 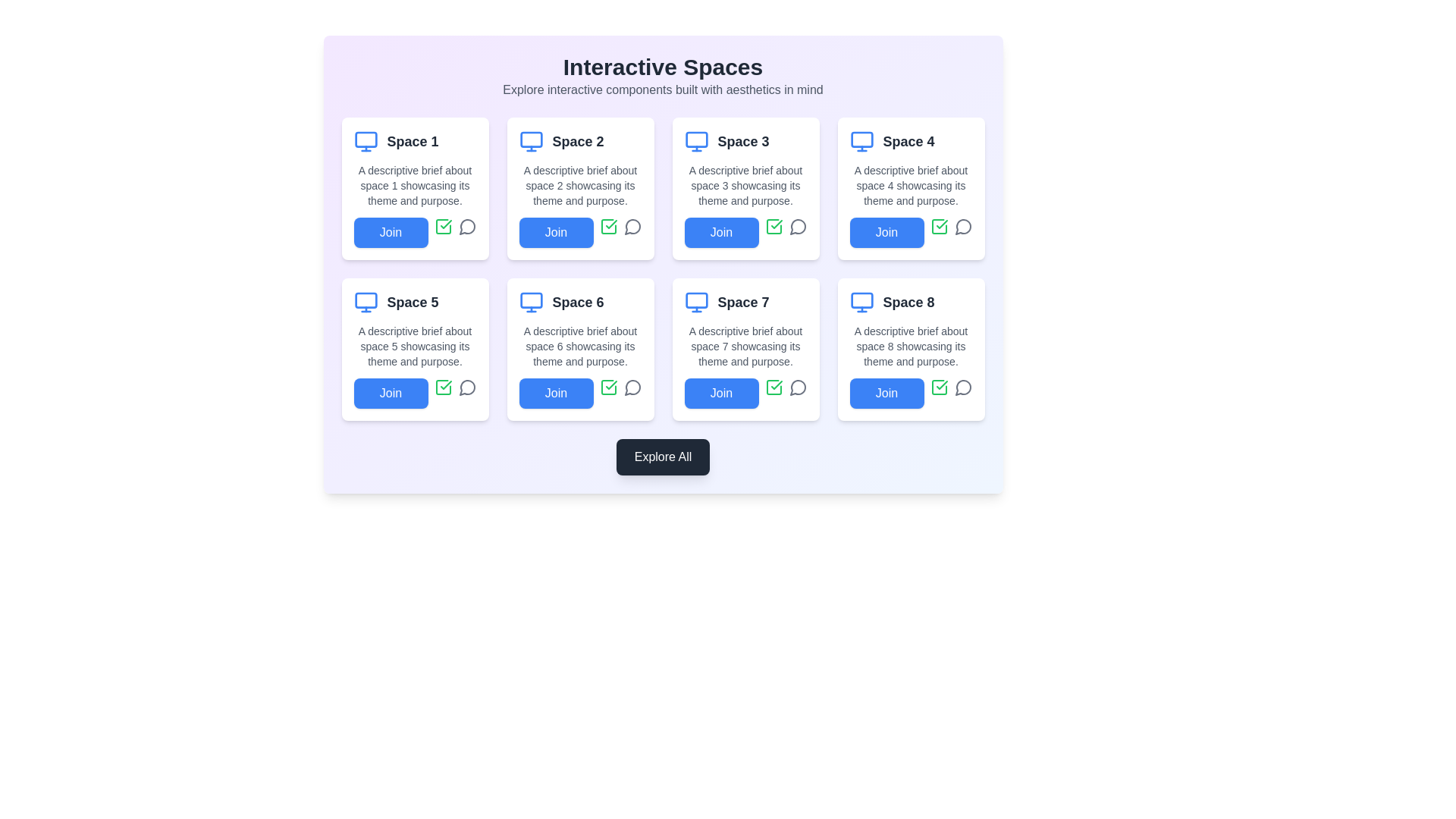 I want to click on the static text label that serves as the title identifier for the interactive space in the second card of the second row in the grid layout, so click(x=413, y=302).